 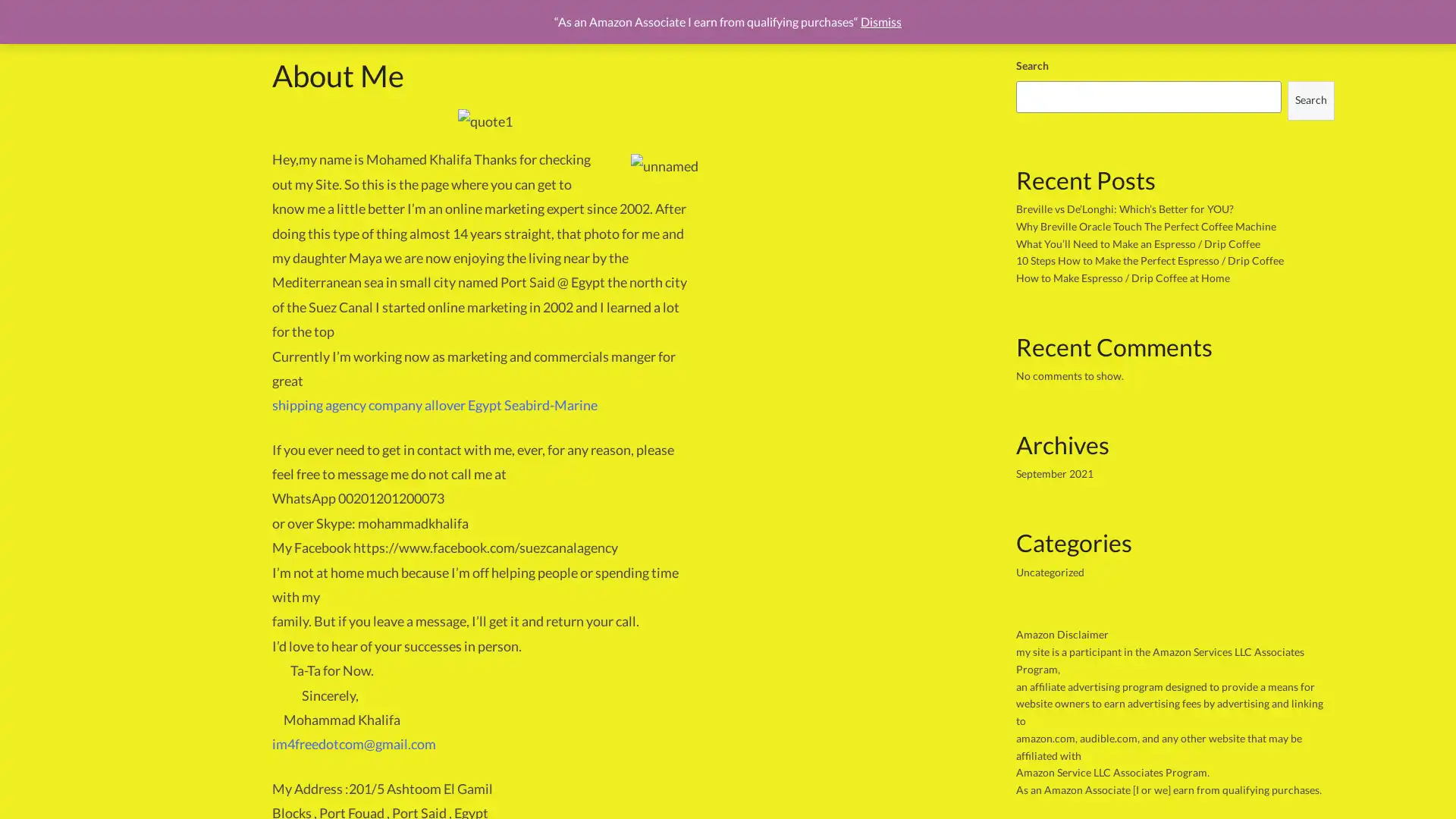 I want to click on Search, so click(x=1310, y=99).